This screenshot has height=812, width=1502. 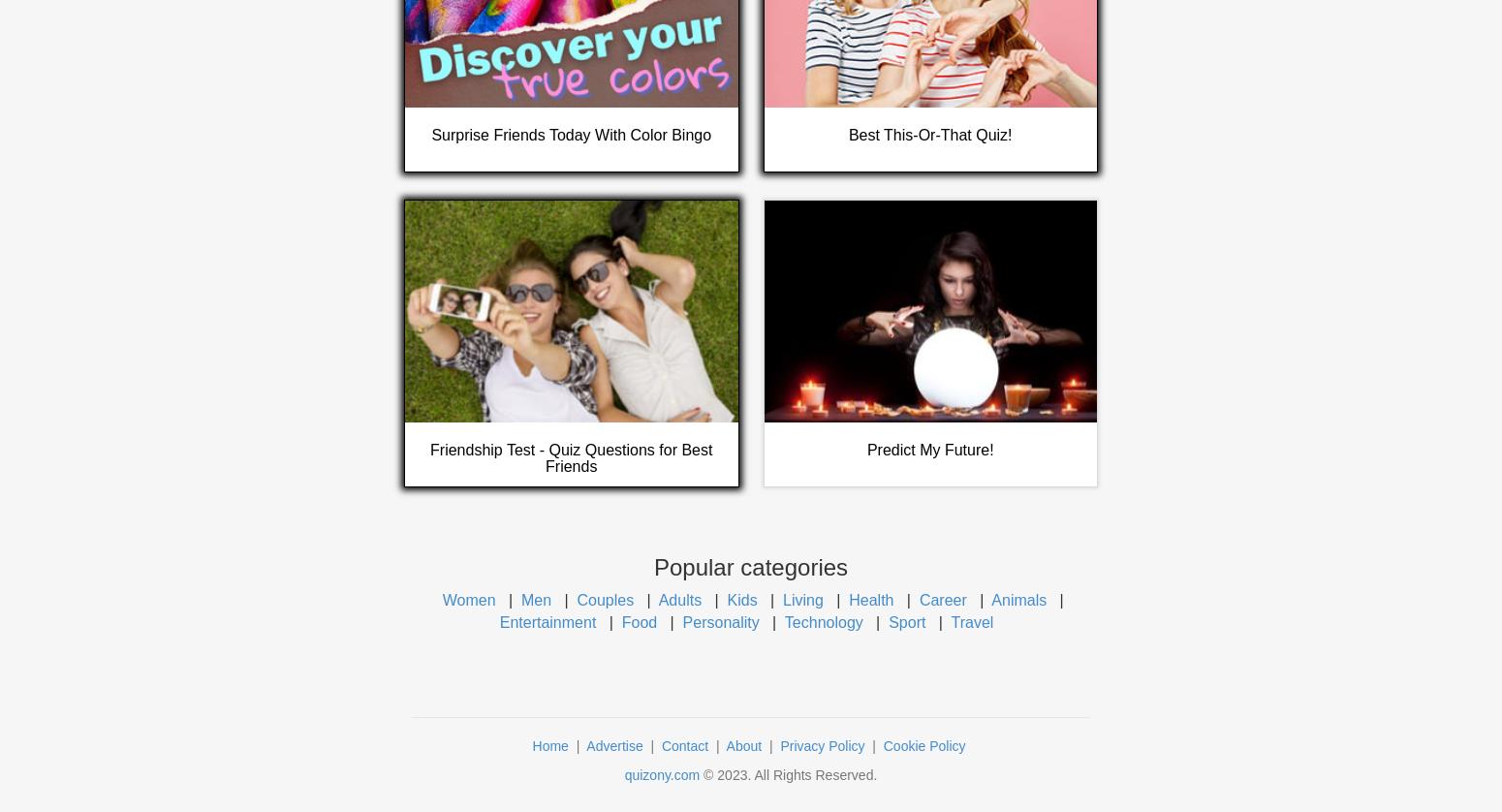 I want to click on 'Surprise Friends Today With Color Bingo', so click(x=571, y=134).